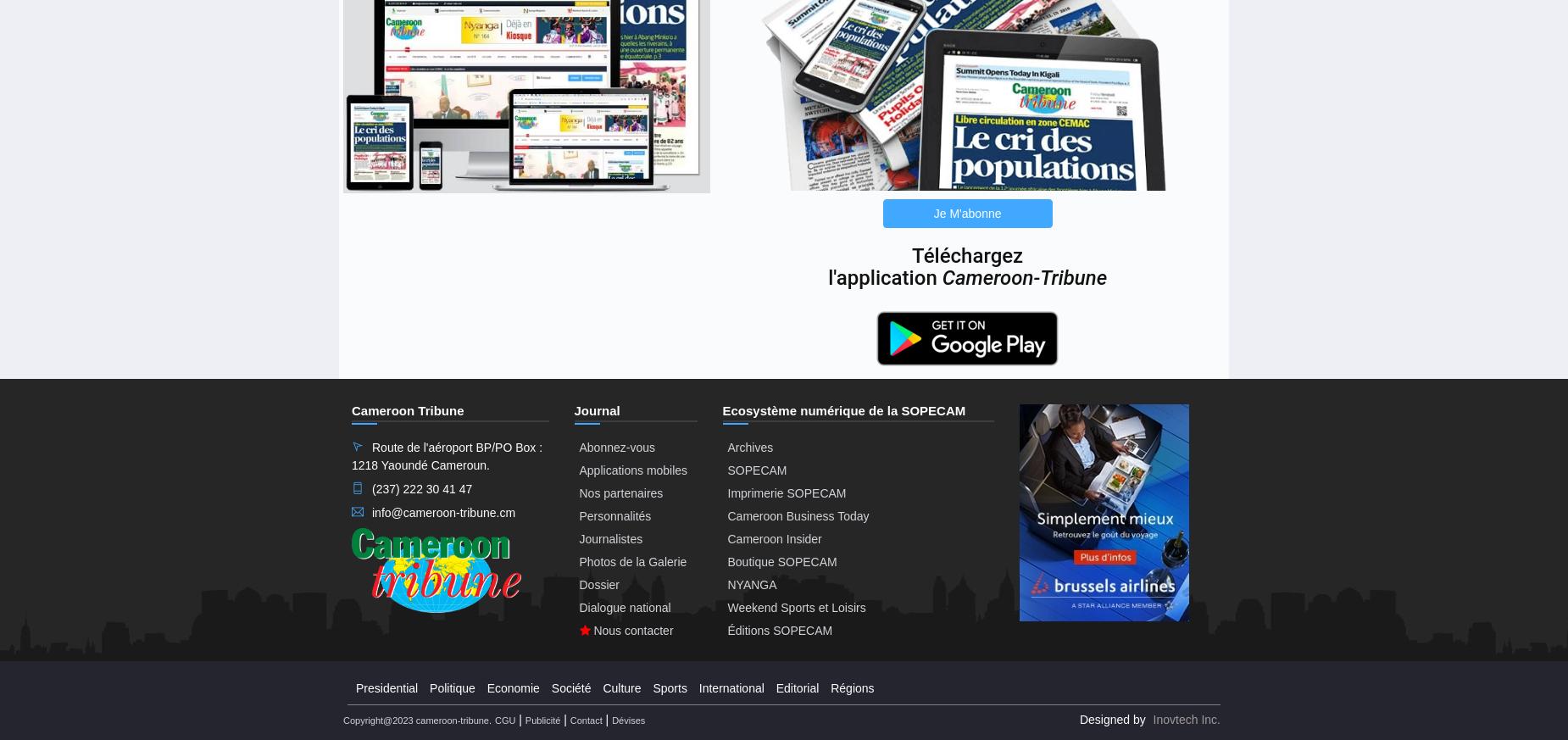 The height and width of the screenshot is (740, 1568). I want to click on 'info@cameroon-tribune.cm', so click(443, 511).